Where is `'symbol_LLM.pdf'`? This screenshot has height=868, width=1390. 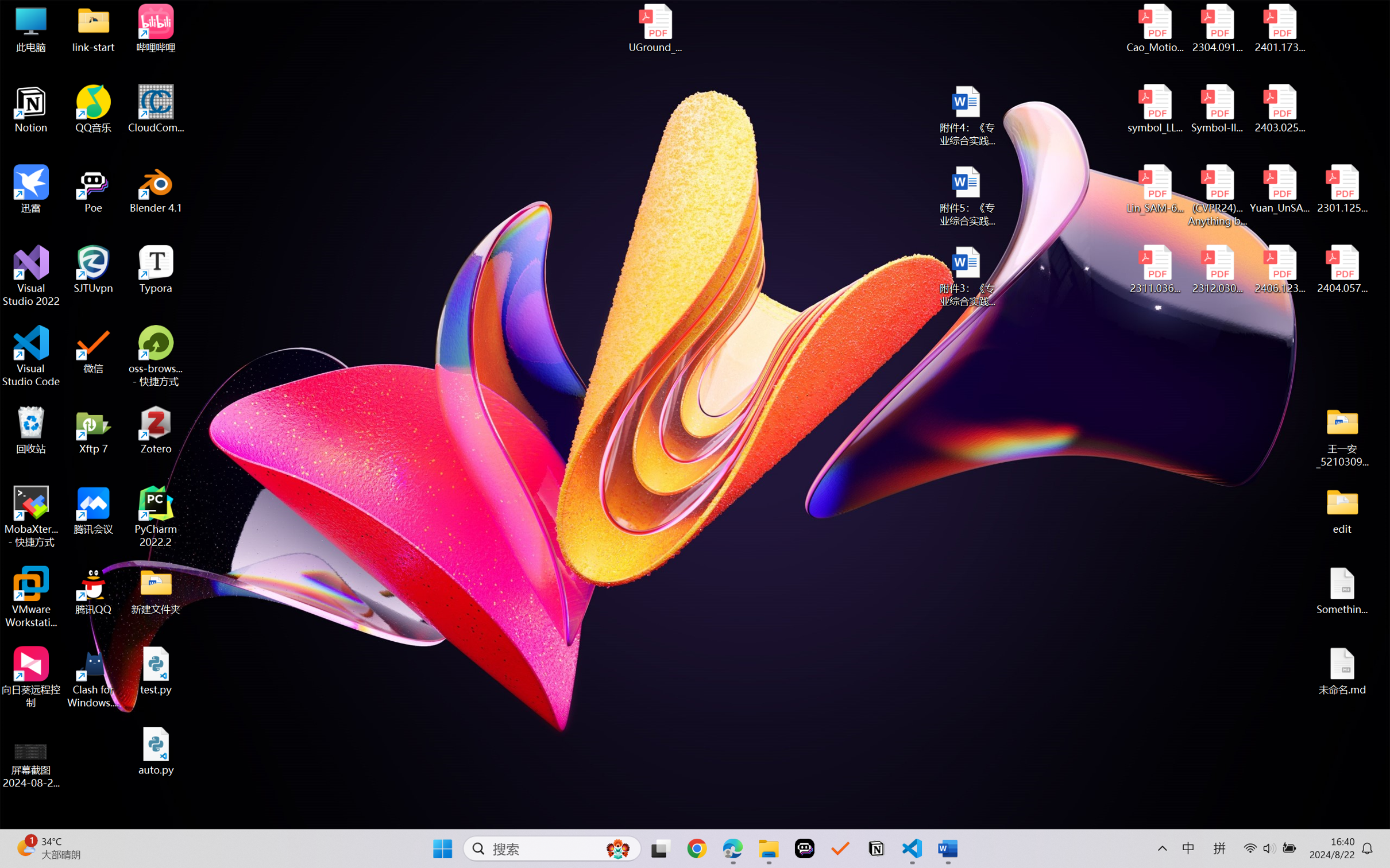
'symbol_LLM.pdf' is located at coordinates (1155, 109).